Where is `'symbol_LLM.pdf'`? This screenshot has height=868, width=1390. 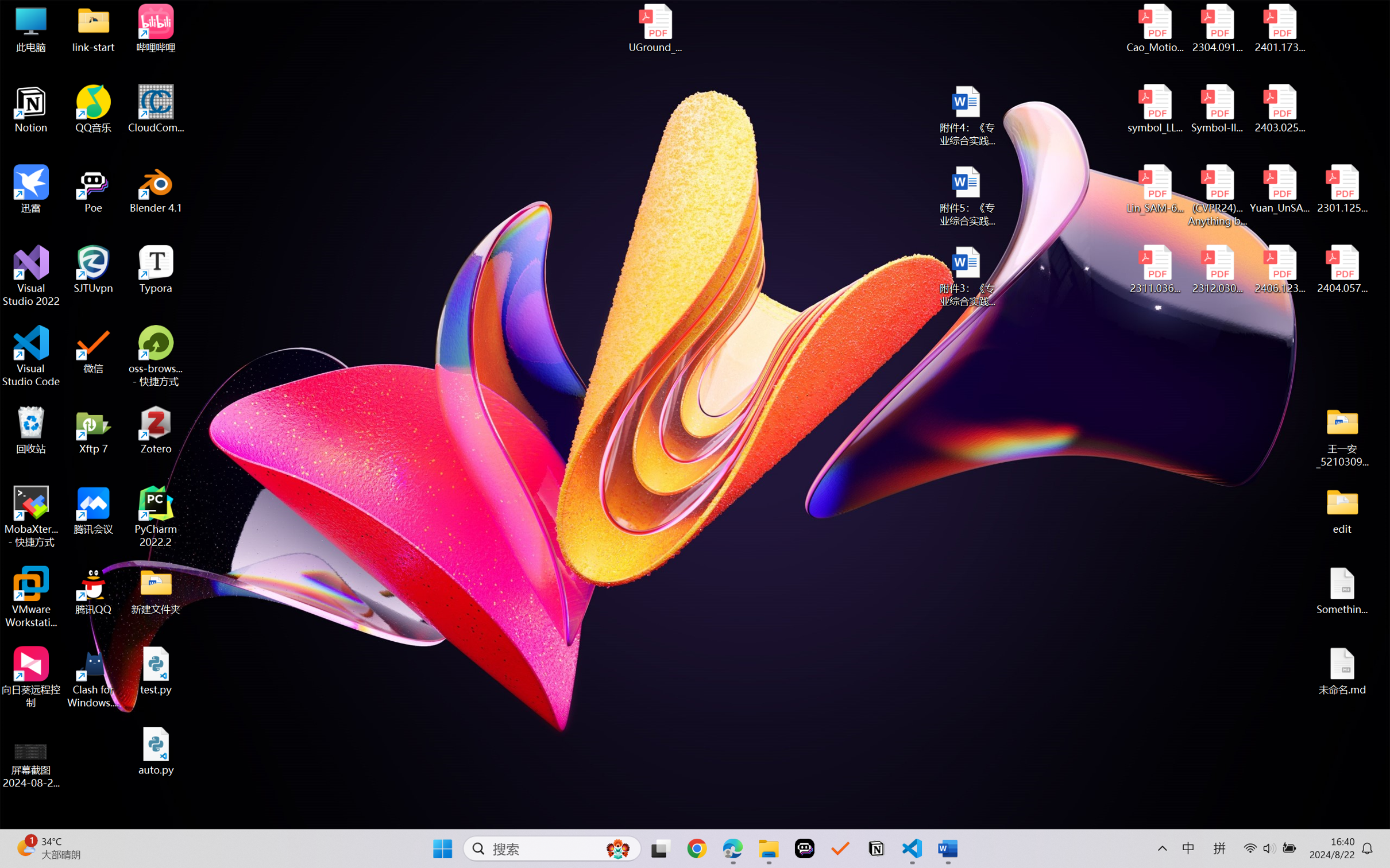
'symbol_LLM.pdf' is located at coordinates (1155, 109).